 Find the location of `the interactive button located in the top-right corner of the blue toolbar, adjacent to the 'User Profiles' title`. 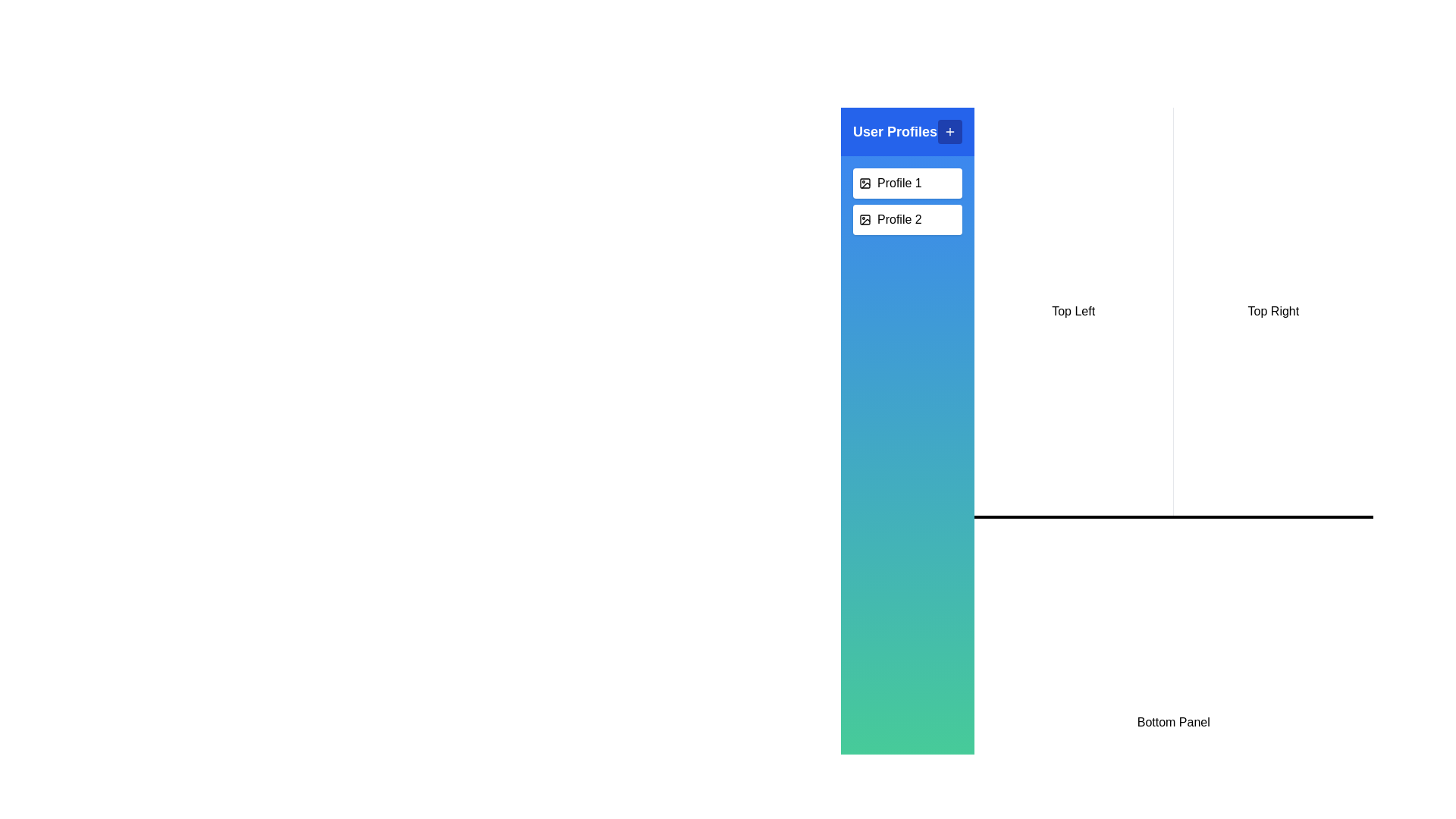

the interactive button located in the top-right corner of the blue toolbar, adjacent to the 'User Profiles' title is located at coordinates (949, 130).